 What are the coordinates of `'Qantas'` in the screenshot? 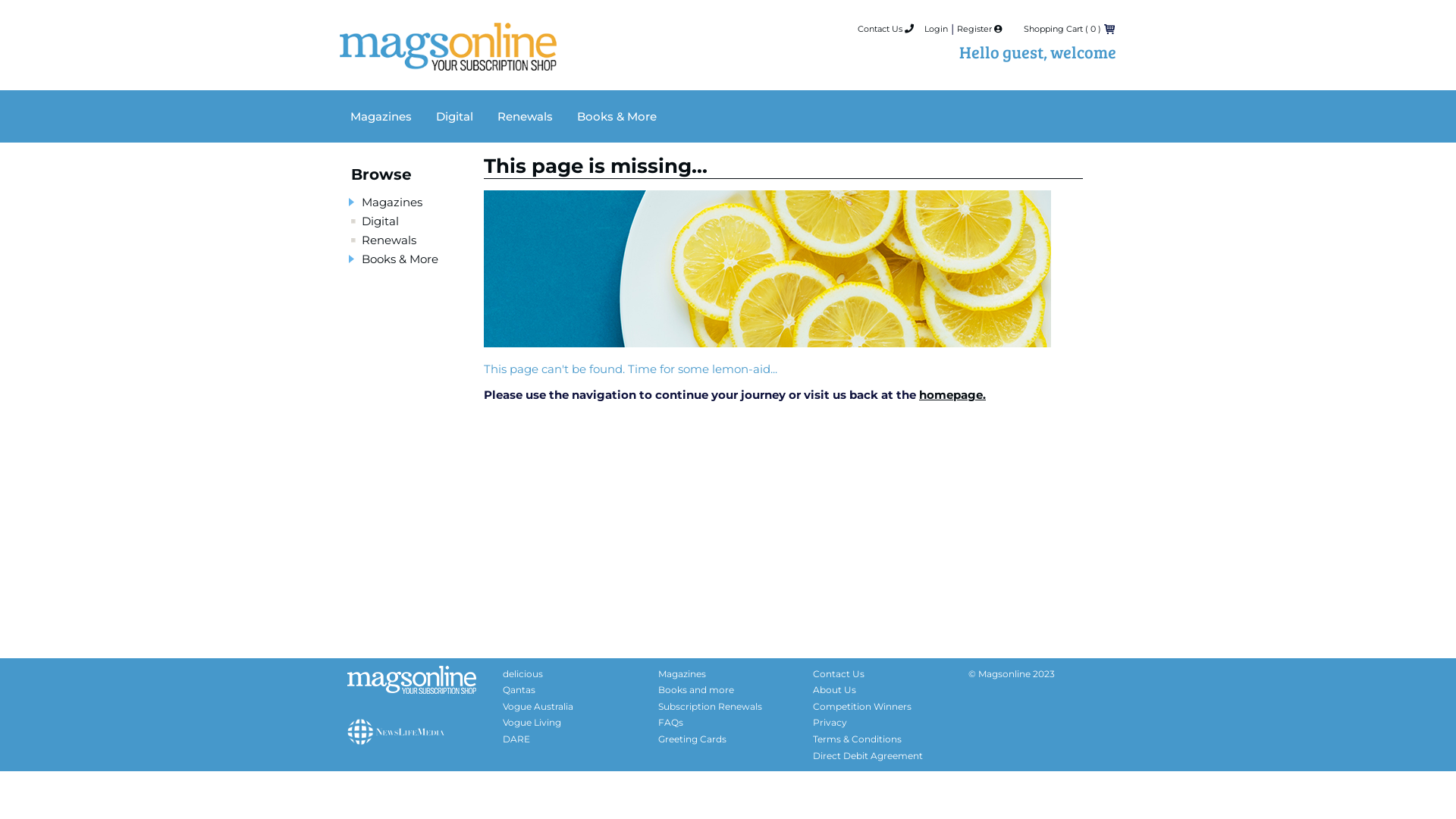 It's located at (519, 689).